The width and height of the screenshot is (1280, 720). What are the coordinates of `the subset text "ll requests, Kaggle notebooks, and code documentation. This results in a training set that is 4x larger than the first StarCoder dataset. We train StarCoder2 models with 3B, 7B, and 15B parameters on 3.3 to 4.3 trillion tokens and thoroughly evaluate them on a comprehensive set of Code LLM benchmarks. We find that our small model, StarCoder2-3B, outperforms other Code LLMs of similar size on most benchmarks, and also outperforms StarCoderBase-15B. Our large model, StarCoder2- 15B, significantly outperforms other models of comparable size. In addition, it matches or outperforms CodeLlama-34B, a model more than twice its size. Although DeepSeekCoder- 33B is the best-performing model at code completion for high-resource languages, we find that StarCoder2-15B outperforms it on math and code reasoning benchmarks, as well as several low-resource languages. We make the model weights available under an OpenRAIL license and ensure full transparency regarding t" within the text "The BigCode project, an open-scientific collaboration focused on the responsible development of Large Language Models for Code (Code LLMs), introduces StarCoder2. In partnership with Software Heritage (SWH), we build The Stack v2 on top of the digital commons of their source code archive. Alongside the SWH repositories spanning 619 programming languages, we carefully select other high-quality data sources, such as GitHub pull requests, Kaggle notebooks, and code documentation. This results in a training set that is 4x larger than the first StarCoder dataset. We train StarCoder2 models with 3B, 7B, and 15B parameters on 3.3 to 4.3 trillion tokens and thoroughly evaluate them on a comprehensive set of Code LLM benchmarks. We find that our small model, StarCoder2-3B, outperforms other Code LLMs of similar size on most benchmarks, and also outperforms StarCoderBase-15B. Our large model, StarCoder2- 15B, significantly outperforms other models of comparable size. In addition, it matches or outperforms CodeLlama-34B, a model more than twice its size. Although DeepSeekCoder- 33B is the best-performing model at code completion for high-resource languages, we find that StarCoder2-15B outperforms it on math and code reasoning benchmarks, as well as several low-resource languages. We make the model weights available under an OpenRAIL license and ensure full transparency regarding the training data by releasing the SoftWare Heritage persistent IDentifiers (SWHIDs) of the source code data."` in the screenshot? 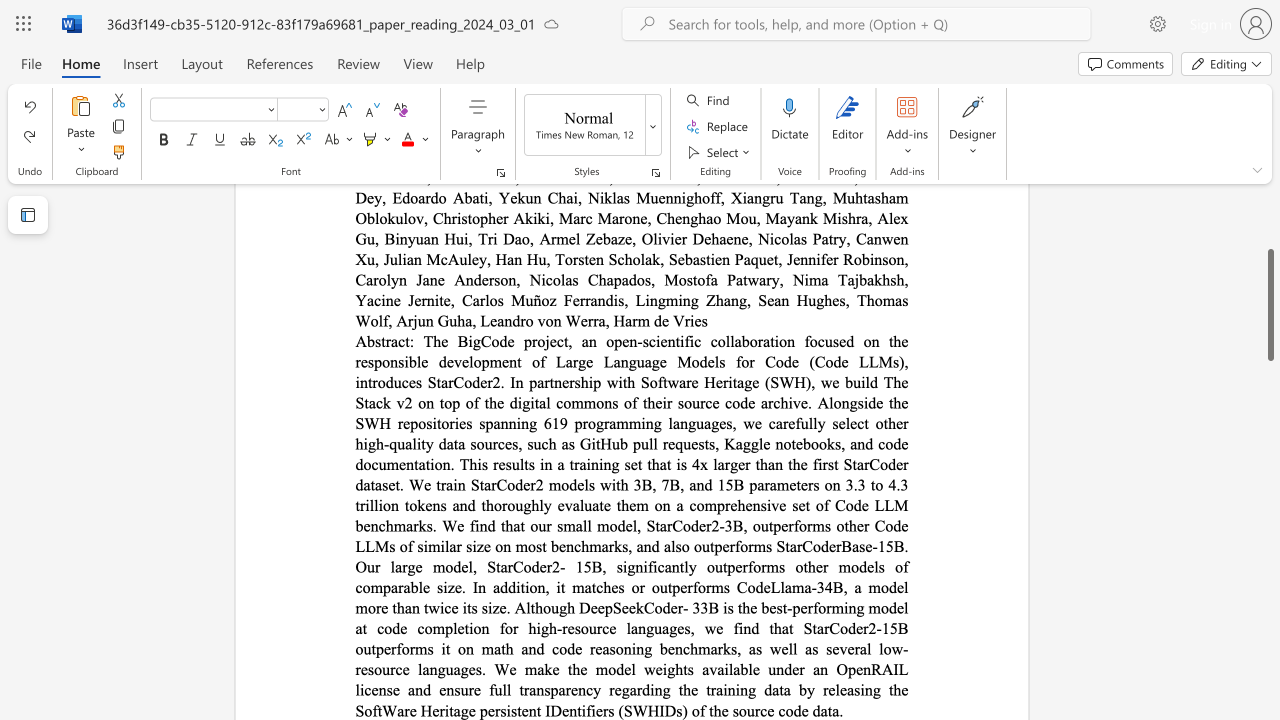 It's located at (648, 443).